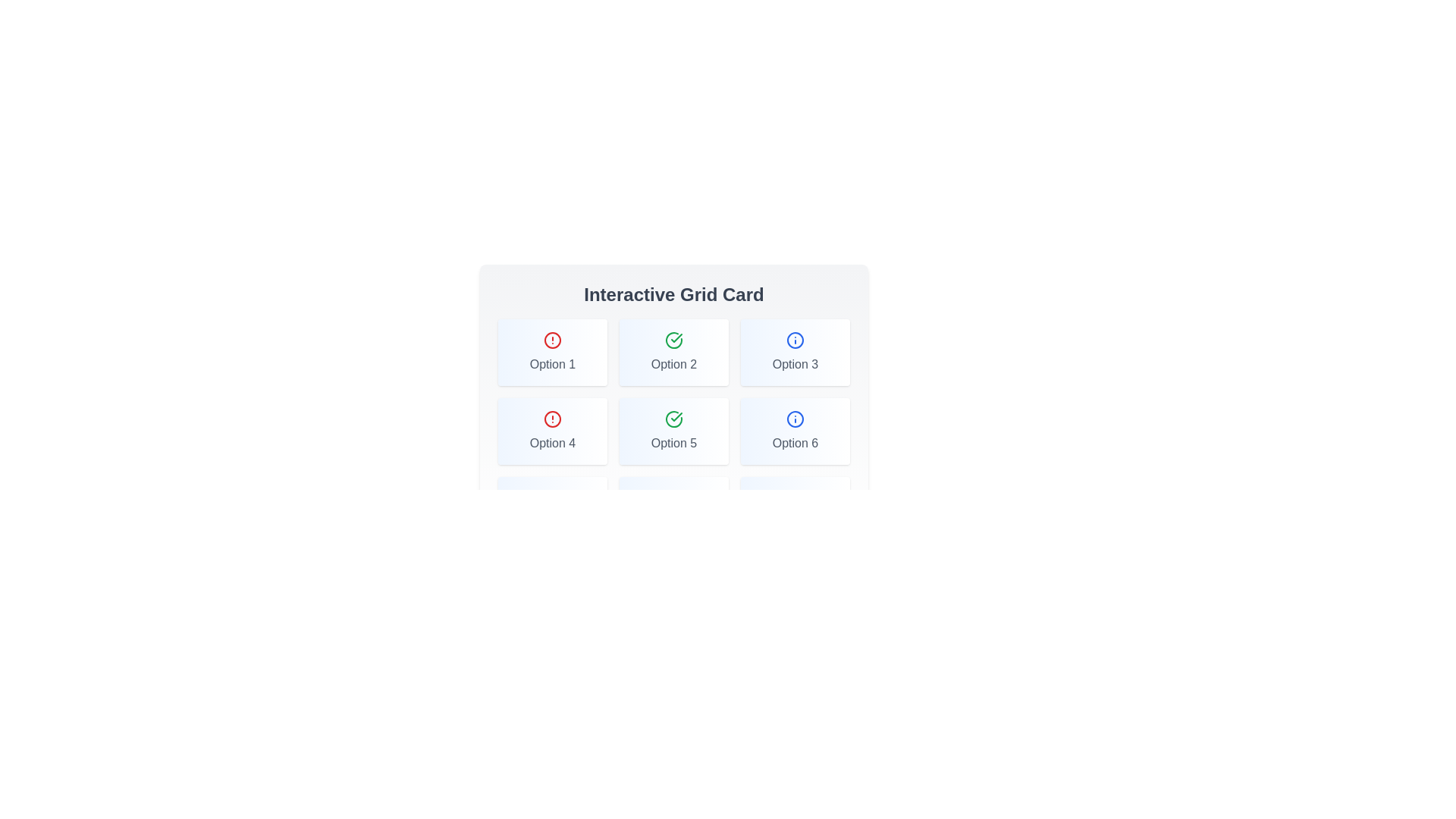  Describe the element at coordinates (795, 419) in the screenshot. I see `the circular outline of the information symbol located at the center of the bottom-right tile in a 3x2 grid card layout` at that location.